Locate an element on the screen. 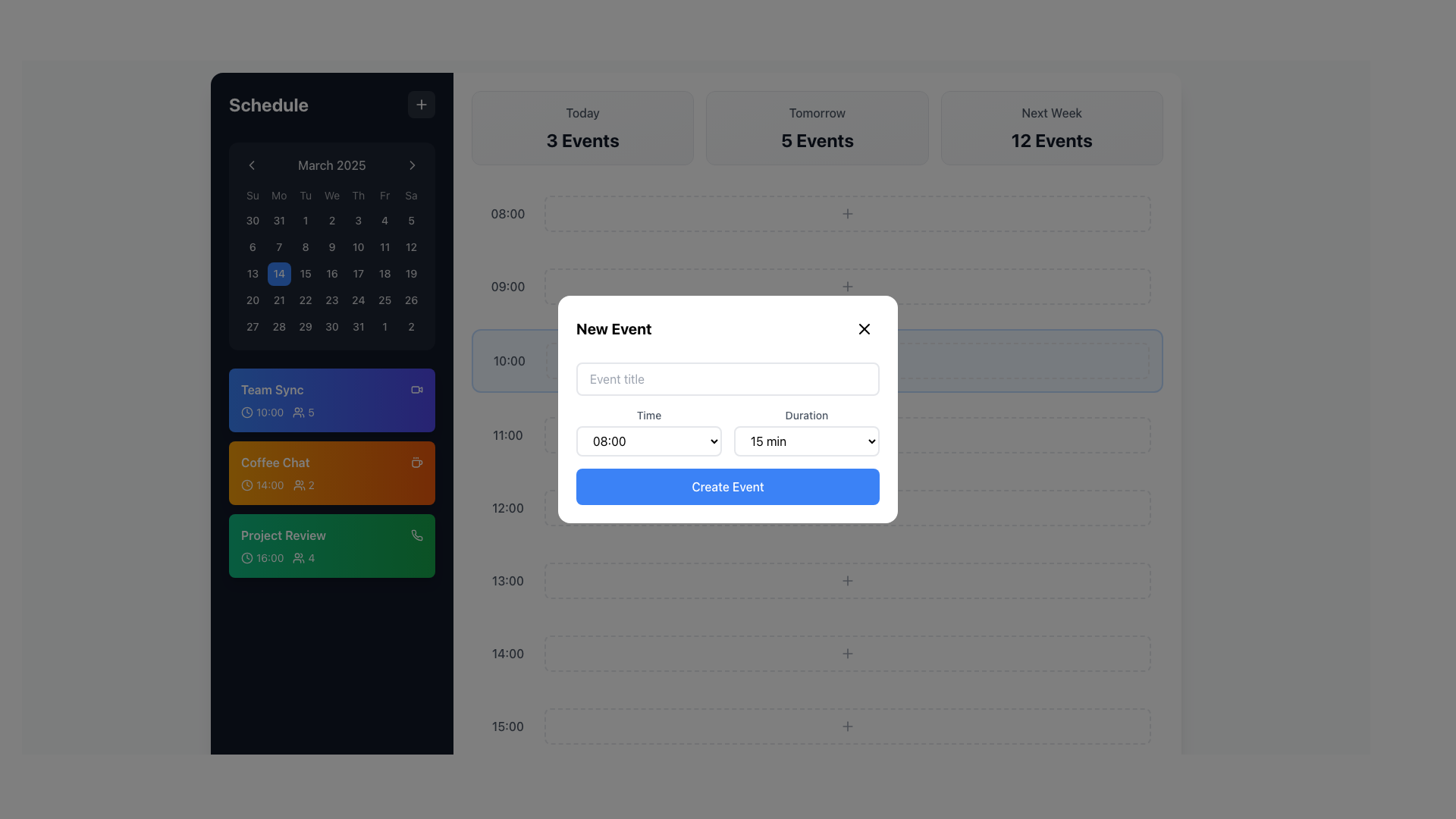 The image size is (1456, 819). the static text label indicating the time slot 15:00 in the daily view of the calendar interface is located at coordinates (508, 725).